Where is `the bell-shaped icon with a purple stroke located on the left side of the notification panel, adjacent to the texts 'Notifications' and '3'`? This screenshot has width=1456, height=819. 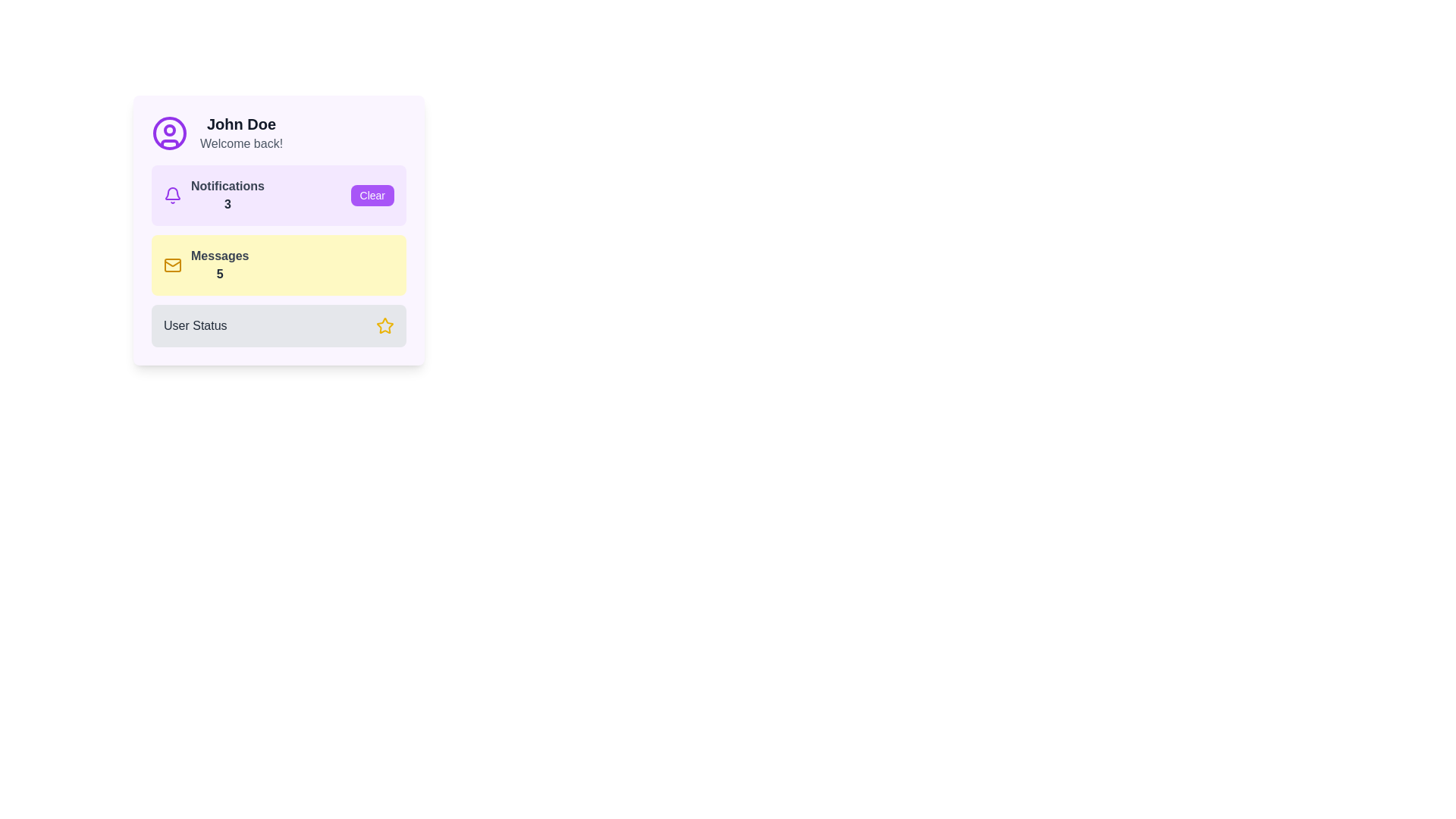 the bell-shaped icon with a purple stroke located on the left side of the notification panel, adjacent to the texts 'Notifications' and '3' is located at coordinates (172, 195).